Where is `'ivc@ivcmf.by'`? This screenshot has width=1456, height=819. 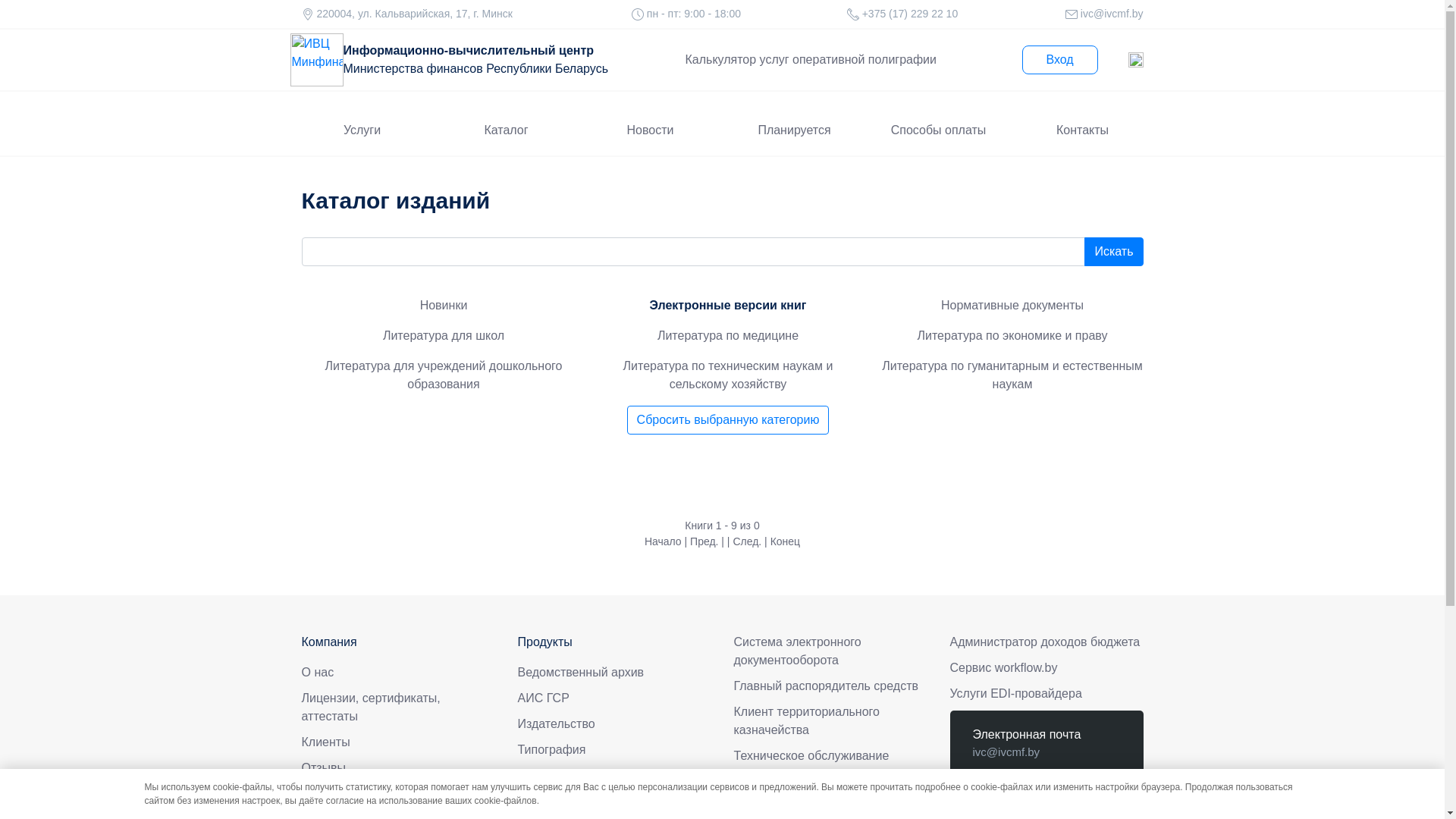
'ivc@ivcmf.by' is located at coordinates (1006, 752).